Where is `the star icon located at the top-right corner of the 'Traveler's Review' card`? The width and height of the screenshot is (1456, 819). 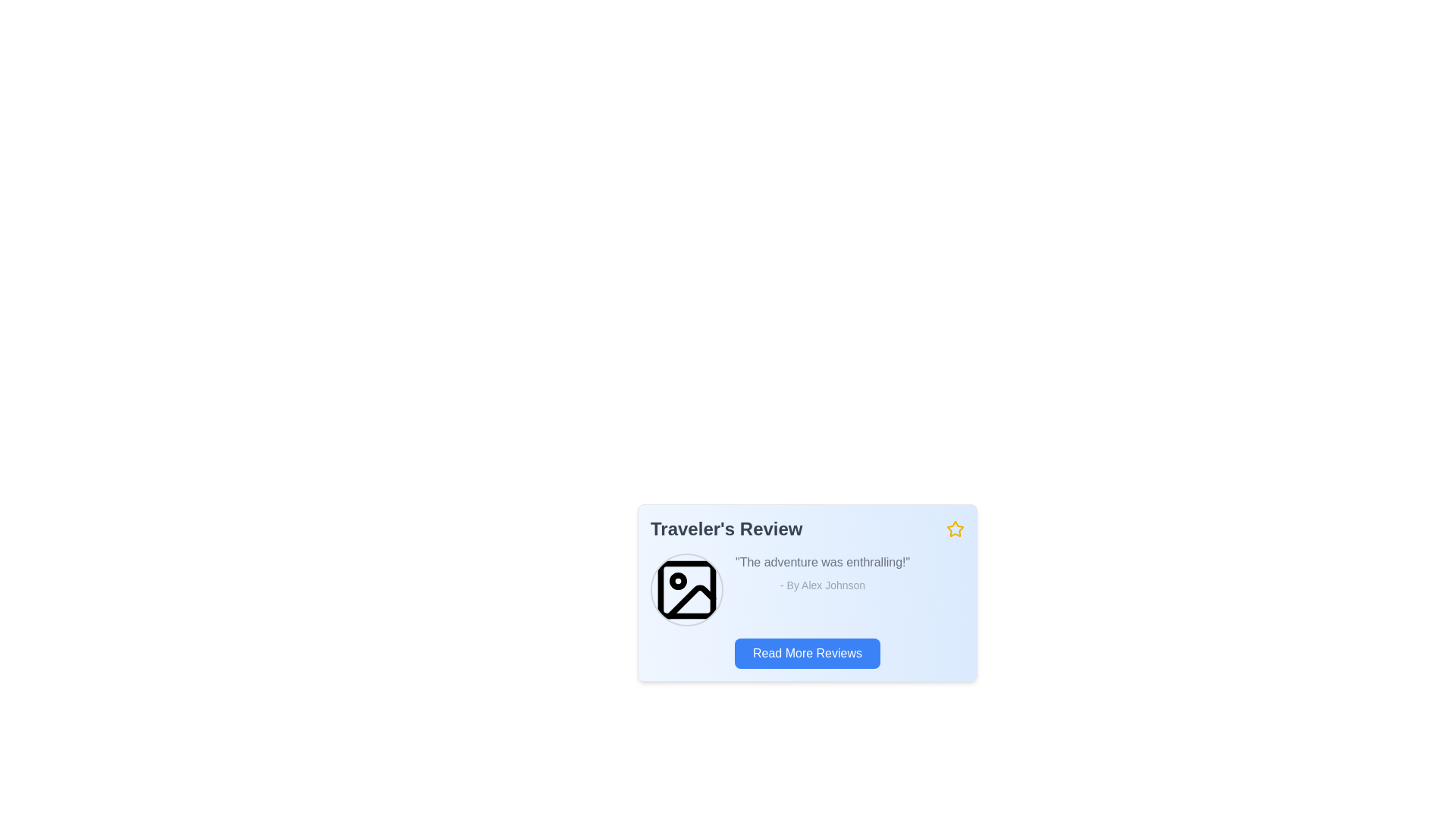 the star icon located at the top-right corner of the 'Traveler's Review' card is located at coordinates (953, 528).